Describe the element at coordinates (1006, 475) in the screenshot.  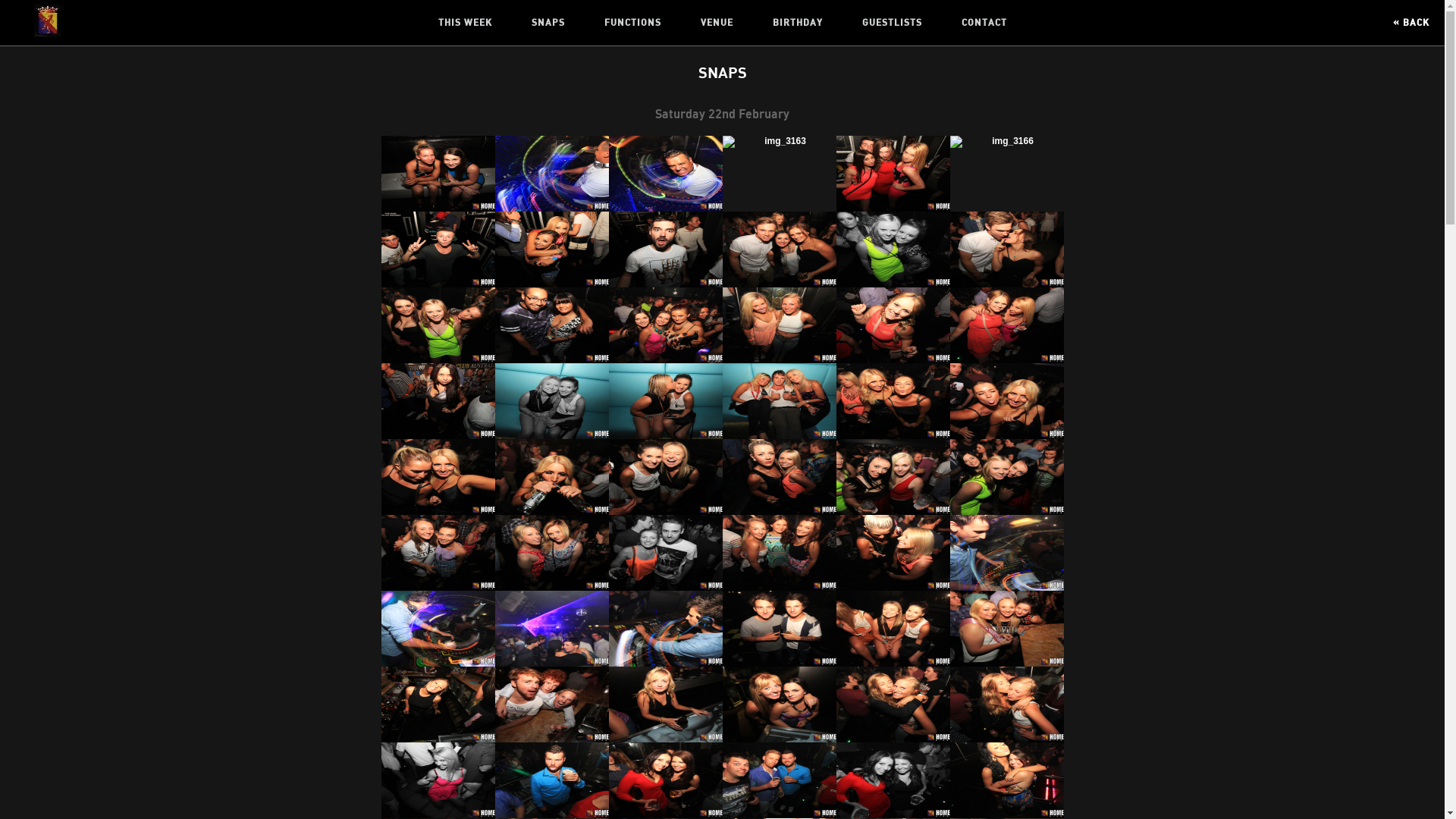
I see `' '` at that location.